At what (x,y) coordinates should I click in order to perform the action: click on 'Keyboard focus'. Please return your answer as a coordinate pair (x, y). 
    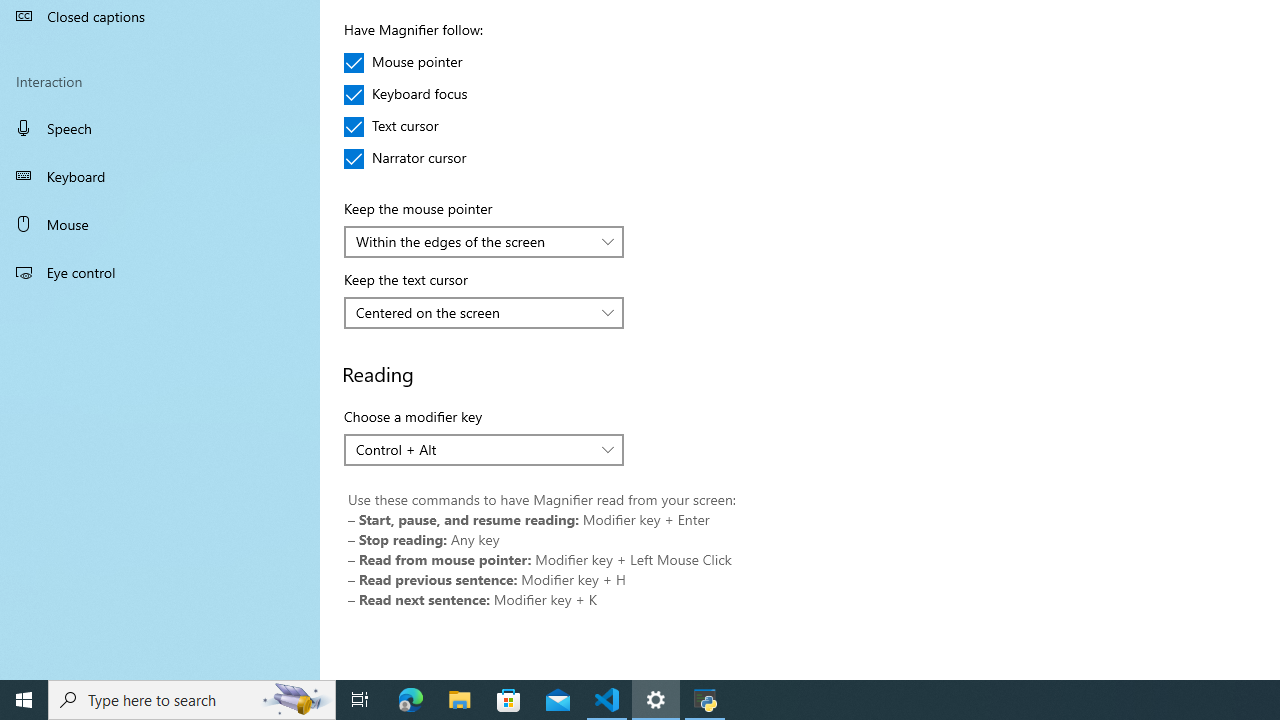
    Looking at the image, I should click on (405, 95).